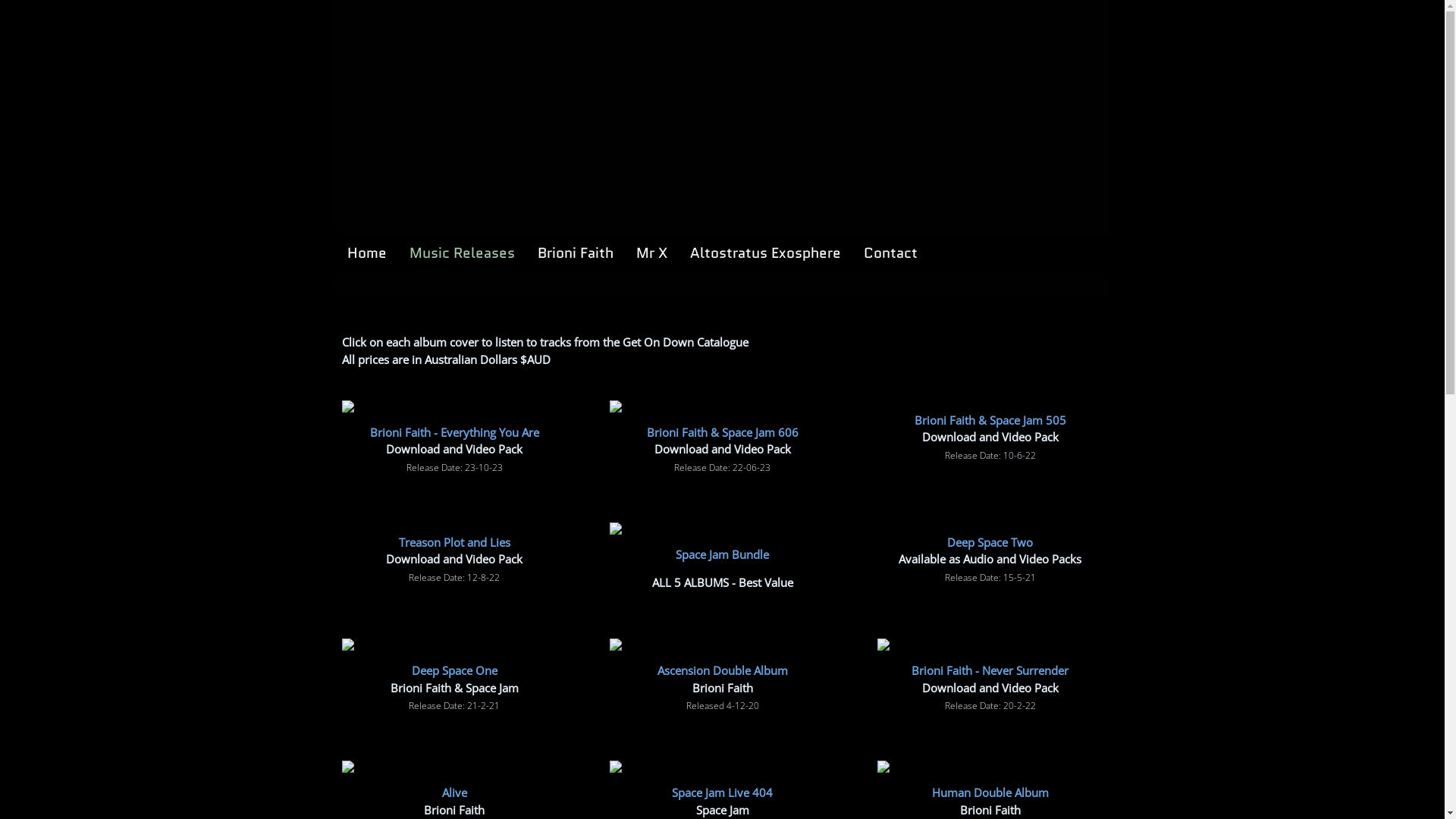 The width and height of the screenshot is (1456, 819). I want to click on 'Altostratus Exosphere', so click(765, 253).